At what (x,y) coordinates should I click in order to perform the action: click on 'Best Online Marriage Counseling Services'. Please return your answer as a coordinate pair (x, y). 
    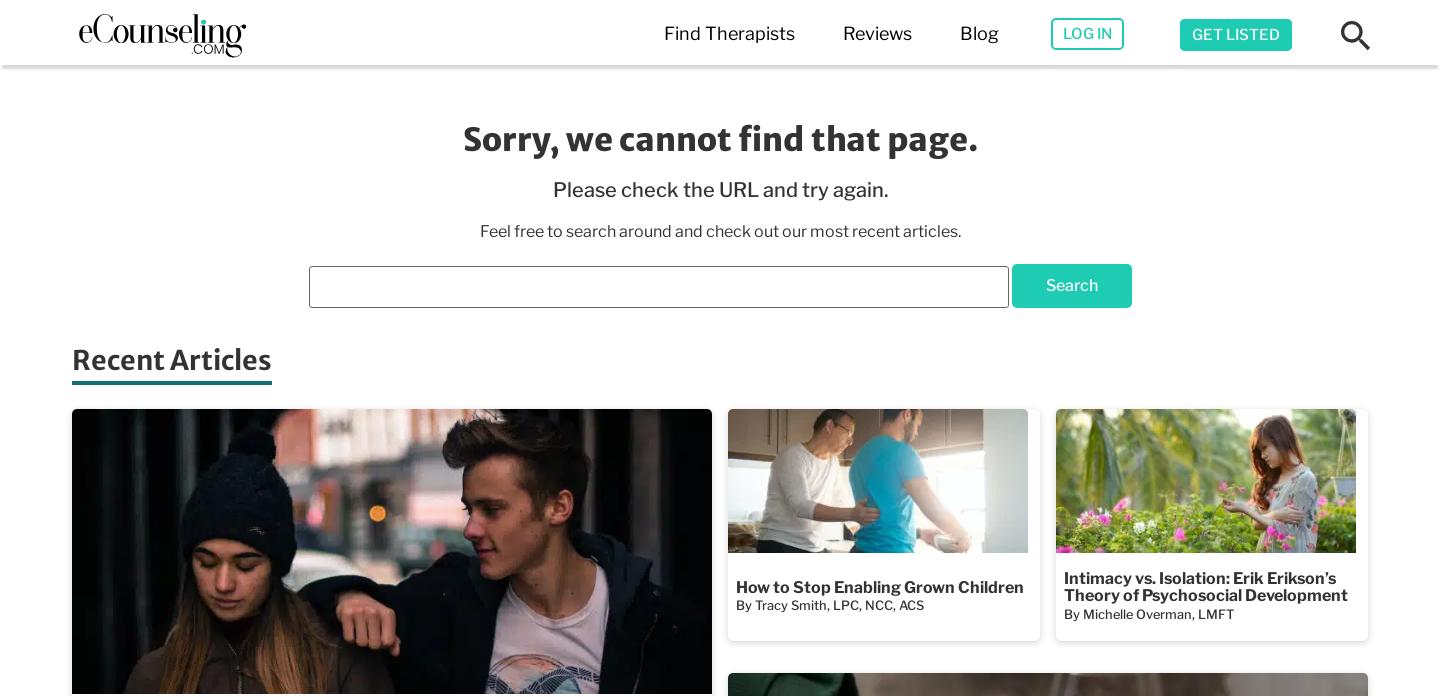
    Looking at the image, I should click on (603, 239).